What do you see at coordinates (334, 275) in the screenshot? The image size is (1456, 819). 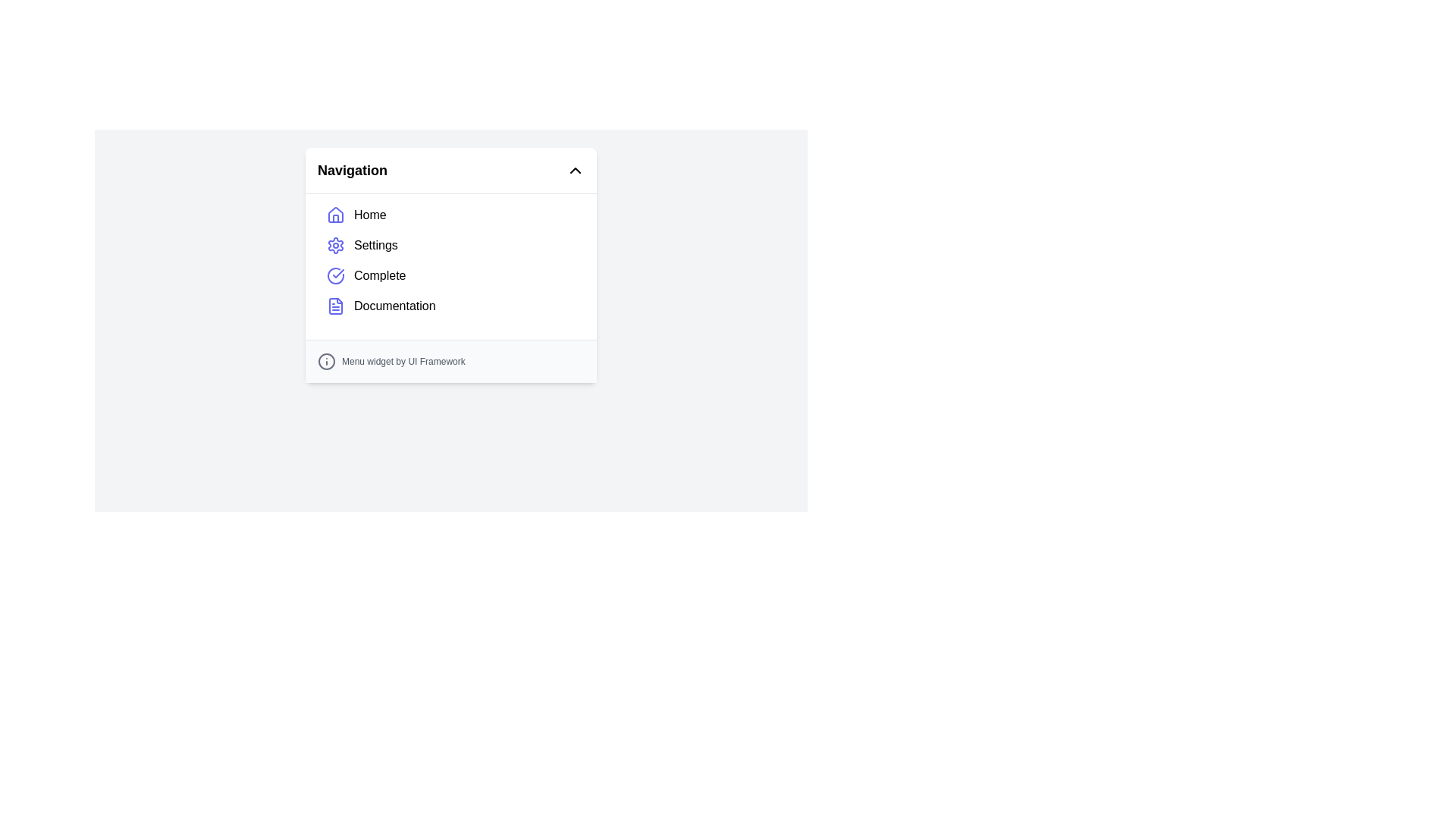 I see `the blue circular icon with a checkmark inside, located to the left of the 'Complete' label in the vertical navigation menu, for status indication` at bounding box center [334, 275].